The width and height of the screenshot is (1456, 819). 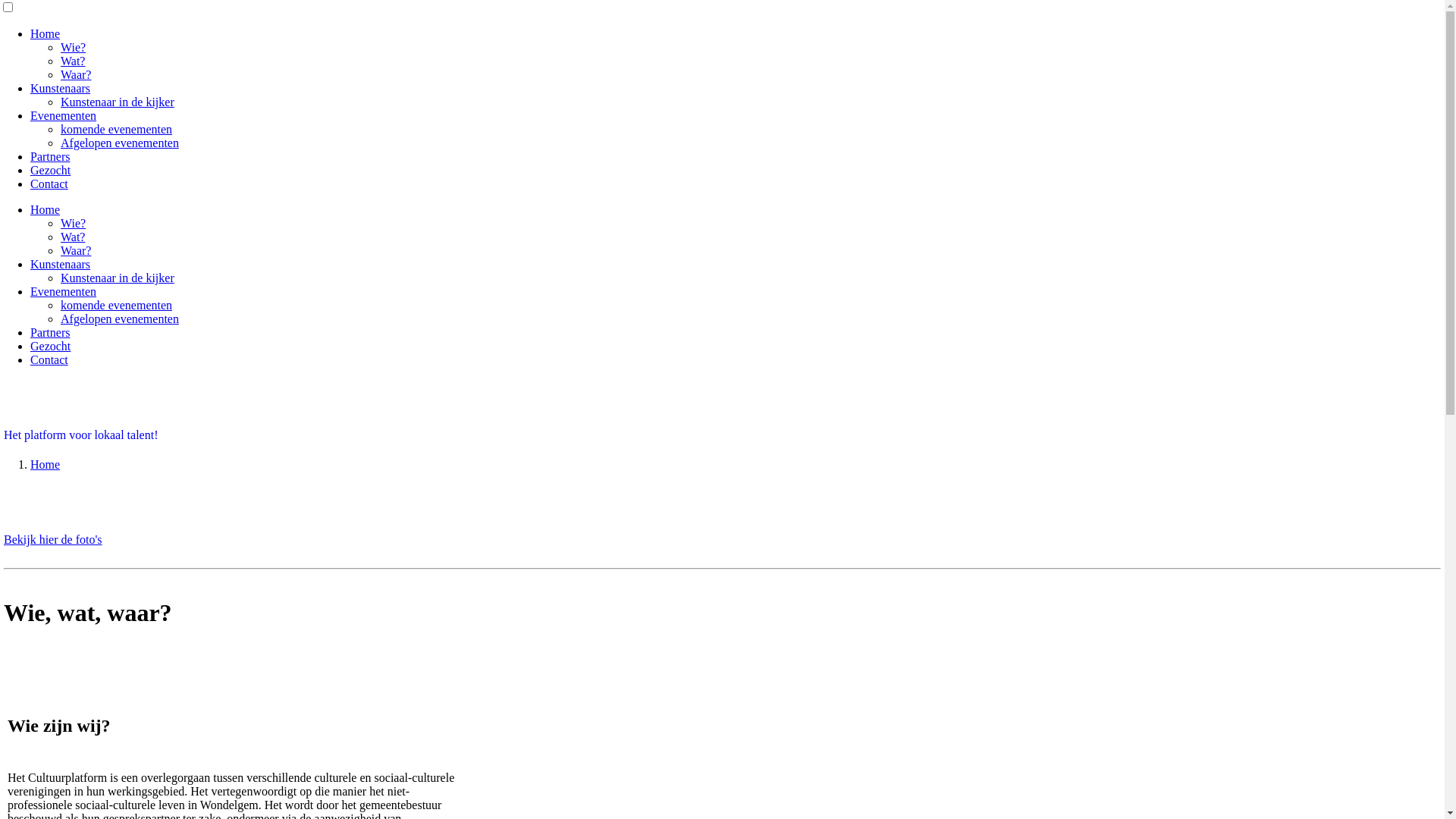 What do you see at coordinates (75, 249) in the screenshot?
I see `'Waar?'` at bounding box center [75, 249].